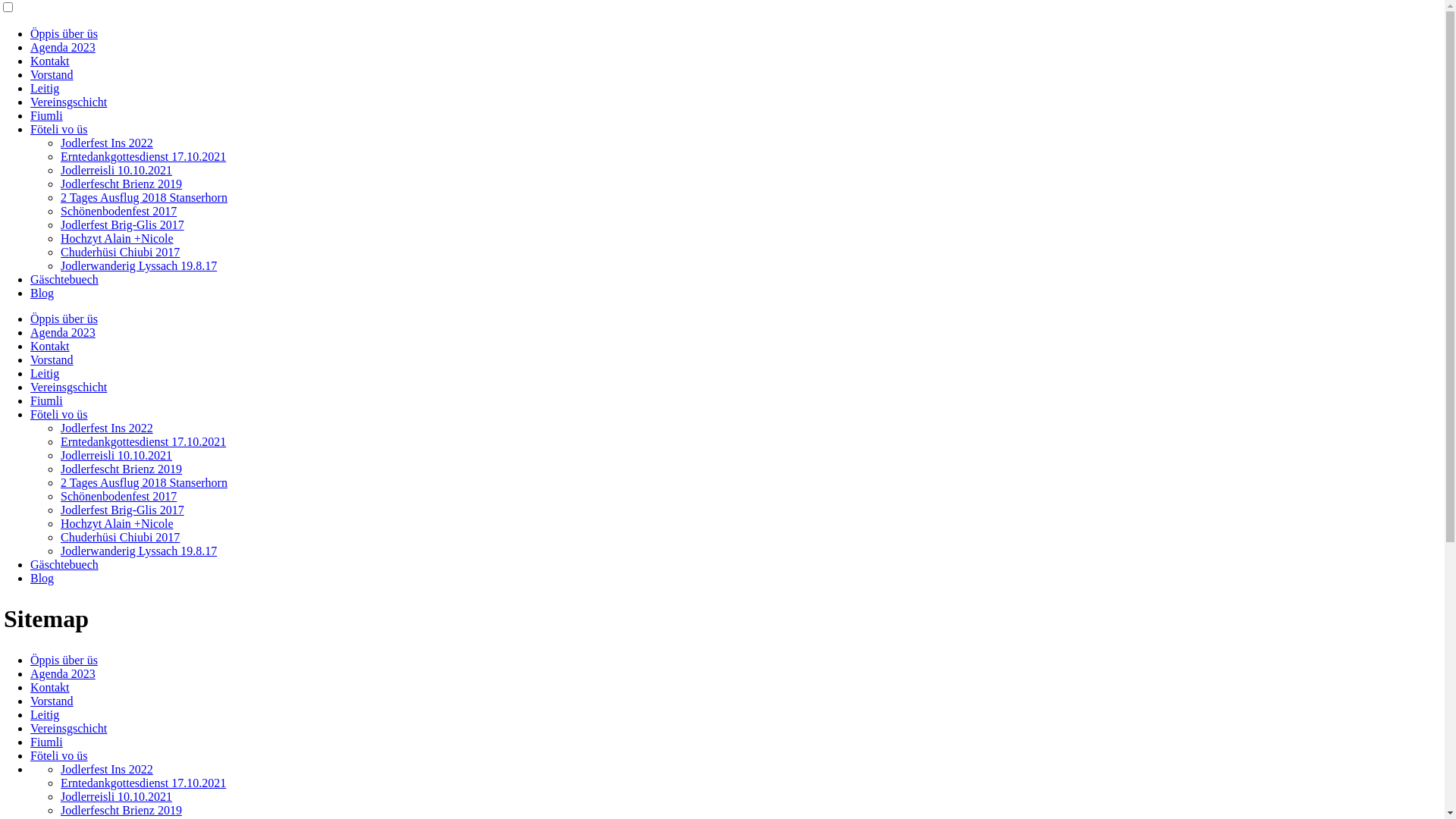  Describe the element at coordinates (42, 293) in the screenshot. I see `'Blog'` at that location.